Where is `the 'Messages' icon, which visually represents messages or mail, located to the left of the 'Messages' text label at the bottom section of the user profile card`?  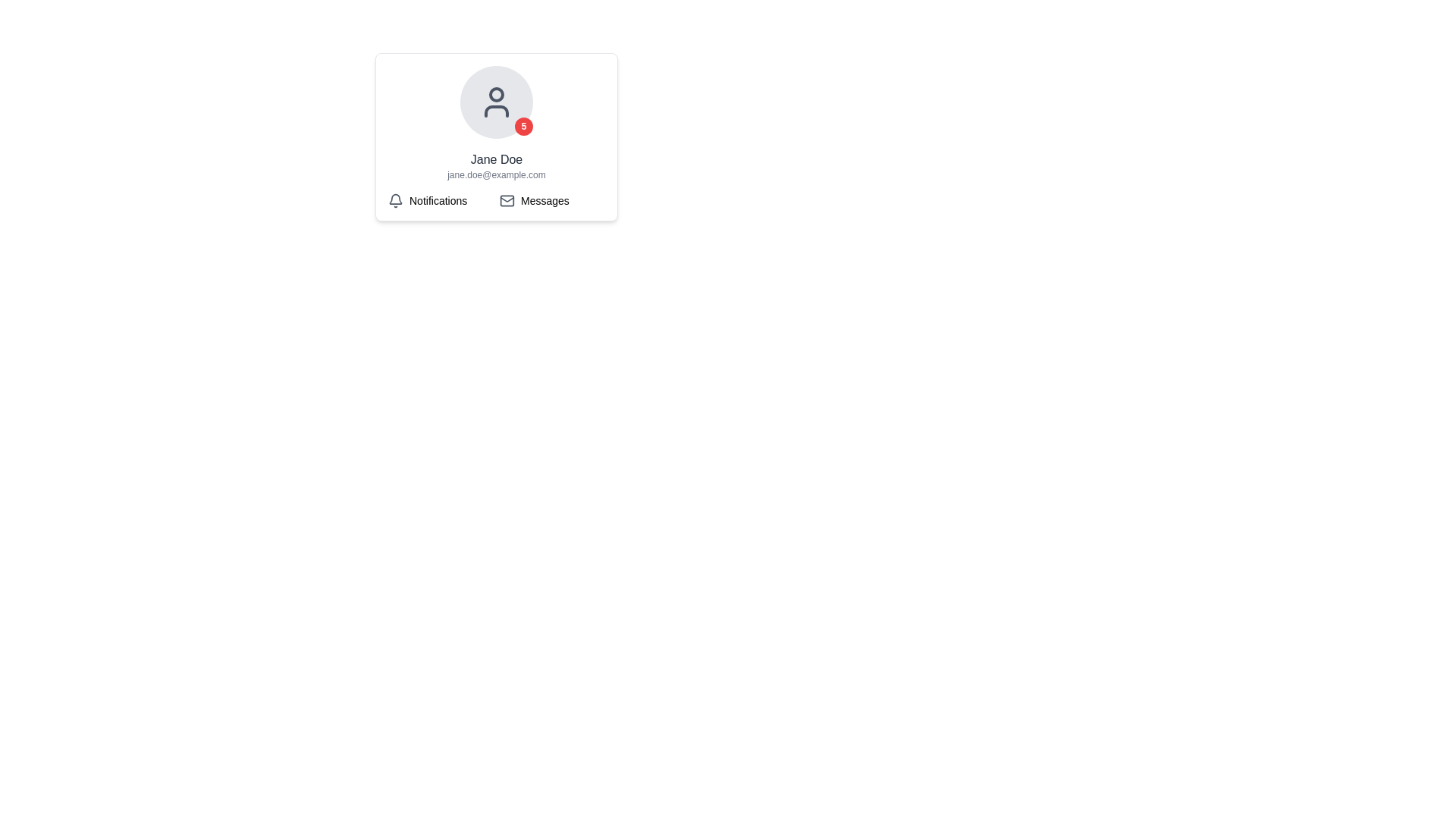
the 'Messages' icon, which visually represents messages or mail, located to the left of the 'Messages' text label at the bottom section of the user profile card is located at coordinates (507, 200).